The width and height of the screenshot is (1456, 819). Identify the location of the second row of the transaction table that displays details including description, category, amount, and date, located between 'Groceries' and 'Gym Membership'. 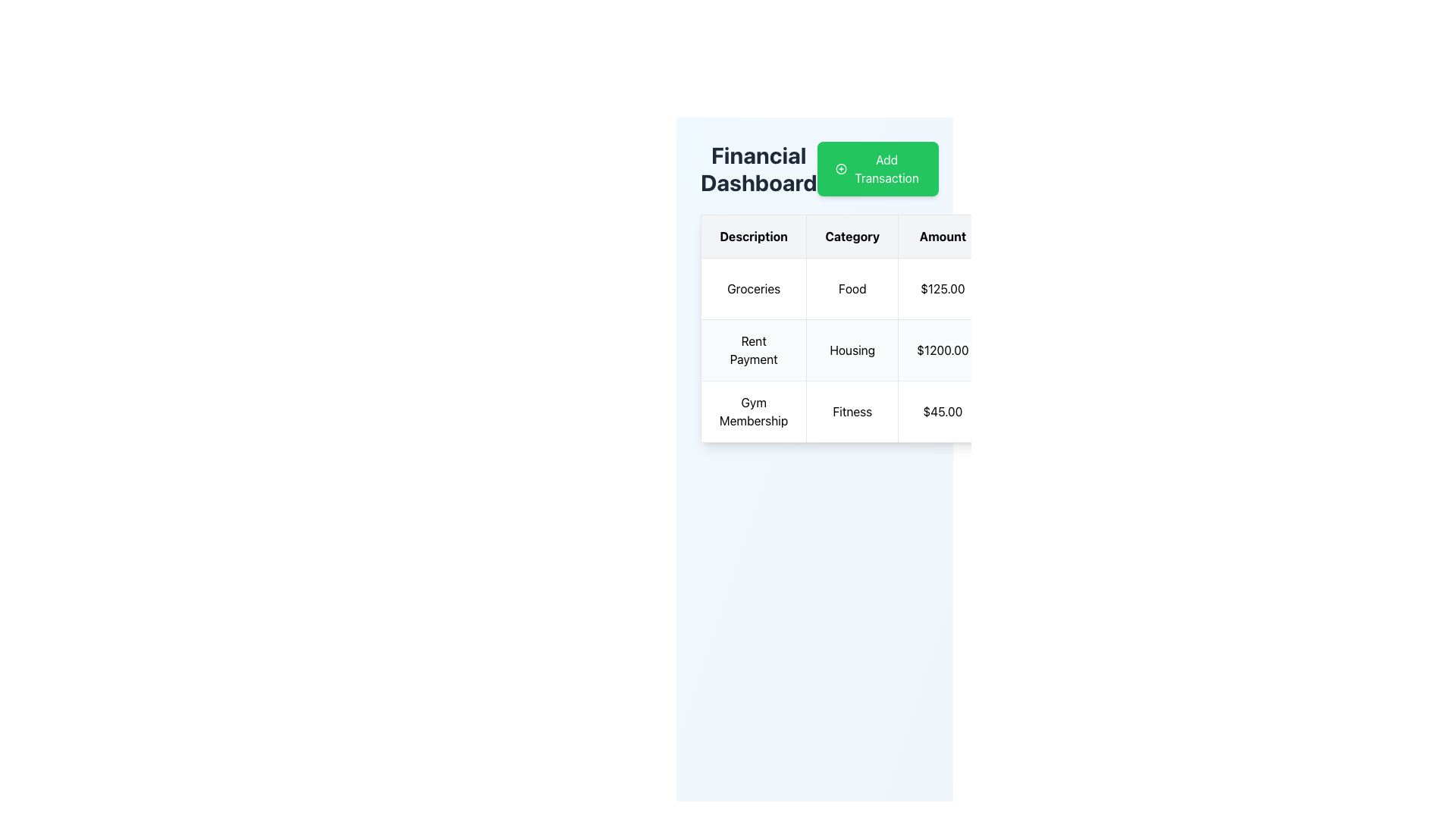
(927, 350).